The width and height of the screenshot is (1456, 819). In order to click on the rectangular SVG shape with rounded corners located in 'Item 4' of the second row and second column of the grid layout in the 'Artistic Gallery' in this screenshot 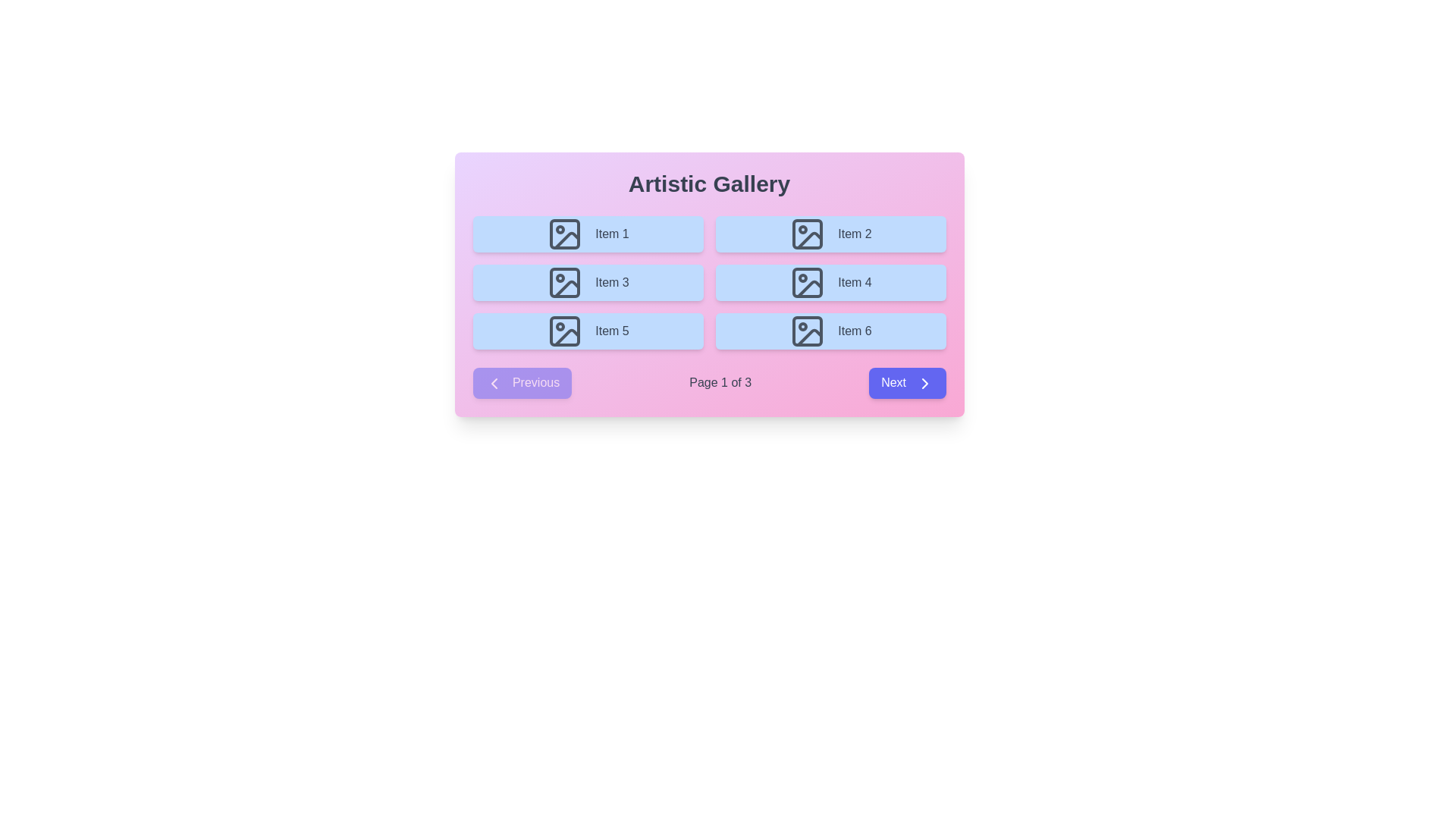, I will do `click(807, 283)`.